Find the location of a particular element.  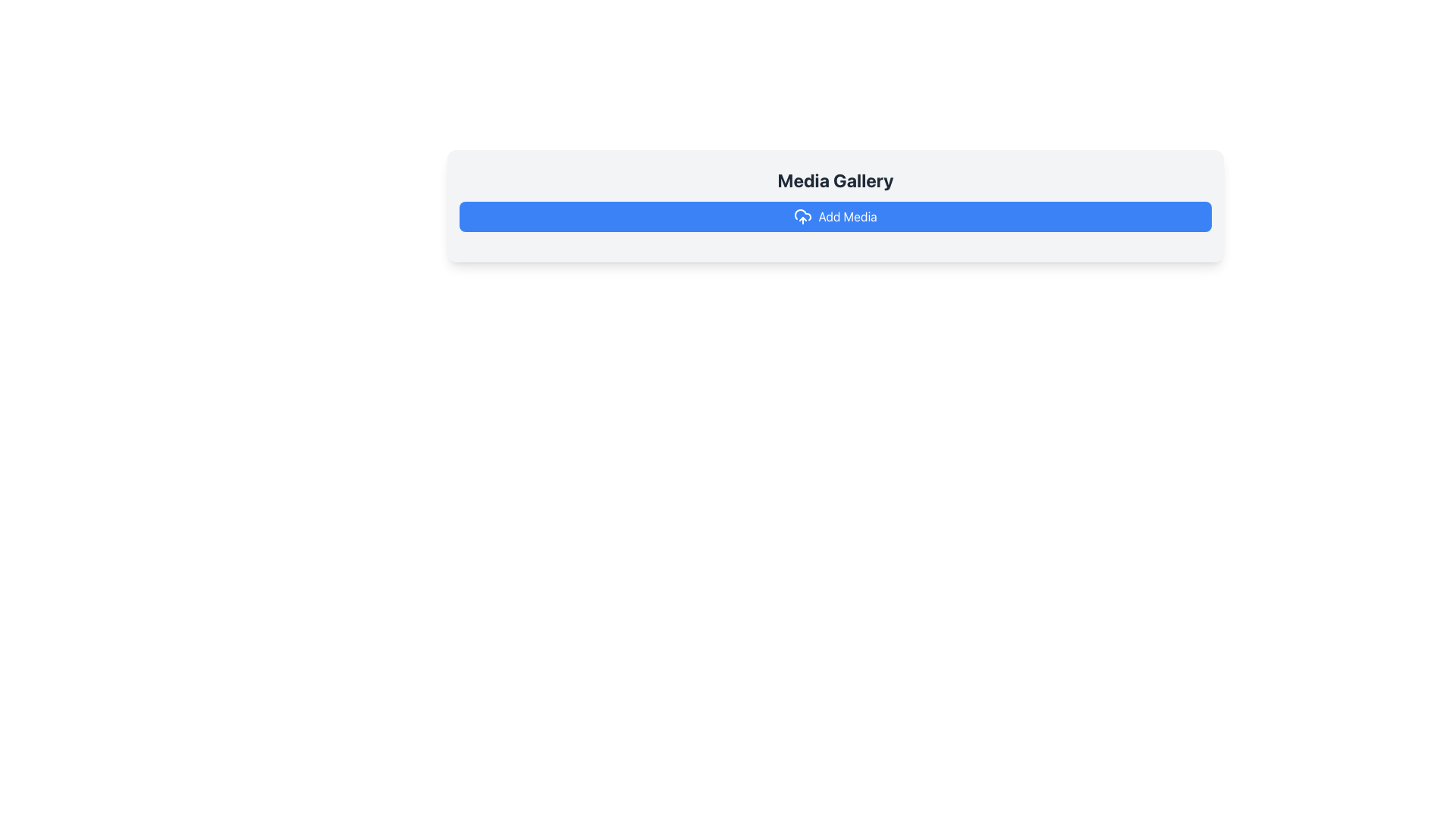

header text located centrally at the top of the media gallery interface, above the 'Add Media' button is located at coordinates (835, 180).